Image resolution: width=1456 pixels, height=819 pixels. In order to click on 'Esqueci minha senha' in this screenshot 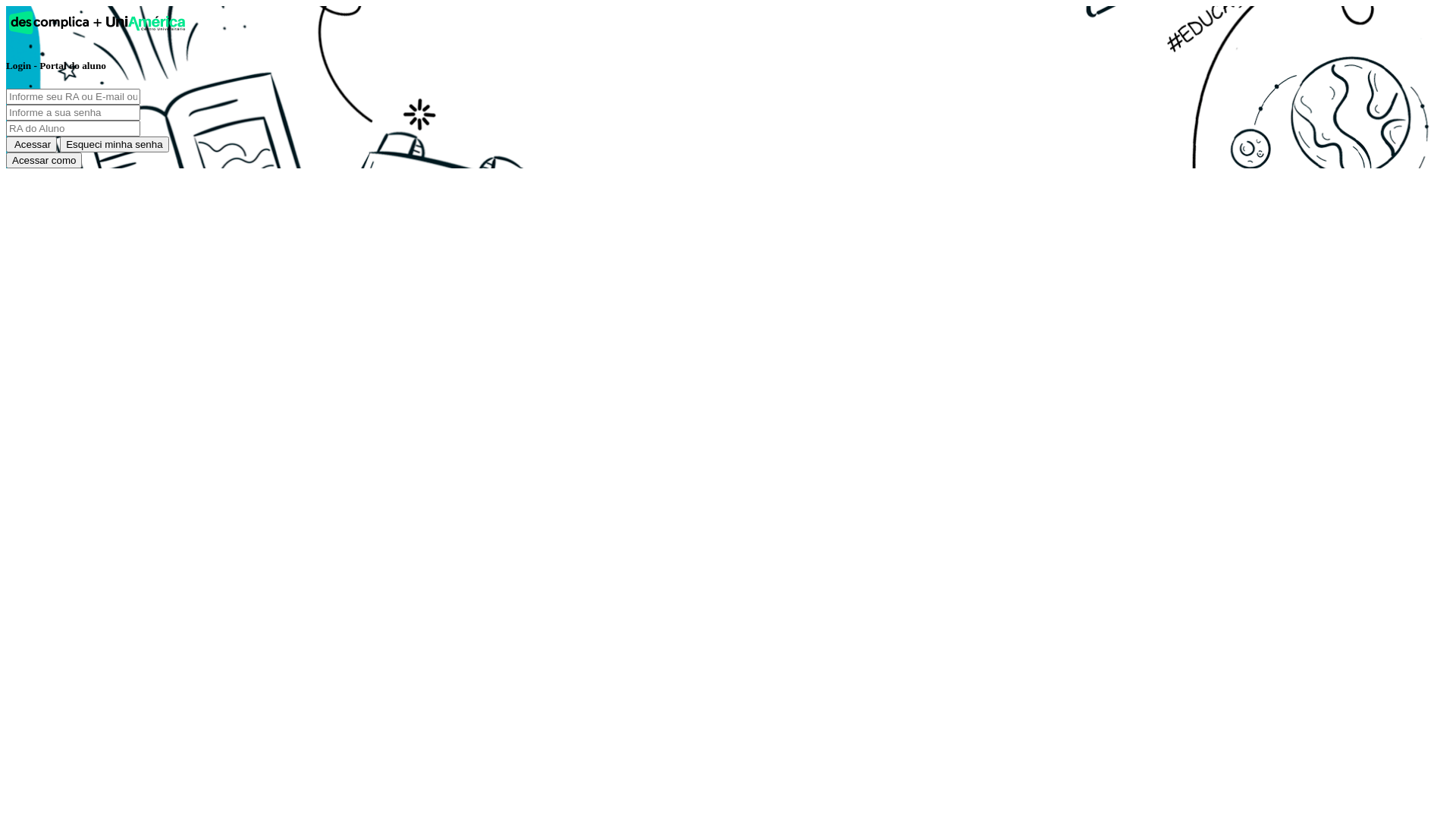, I will do `click(113, 144)`.